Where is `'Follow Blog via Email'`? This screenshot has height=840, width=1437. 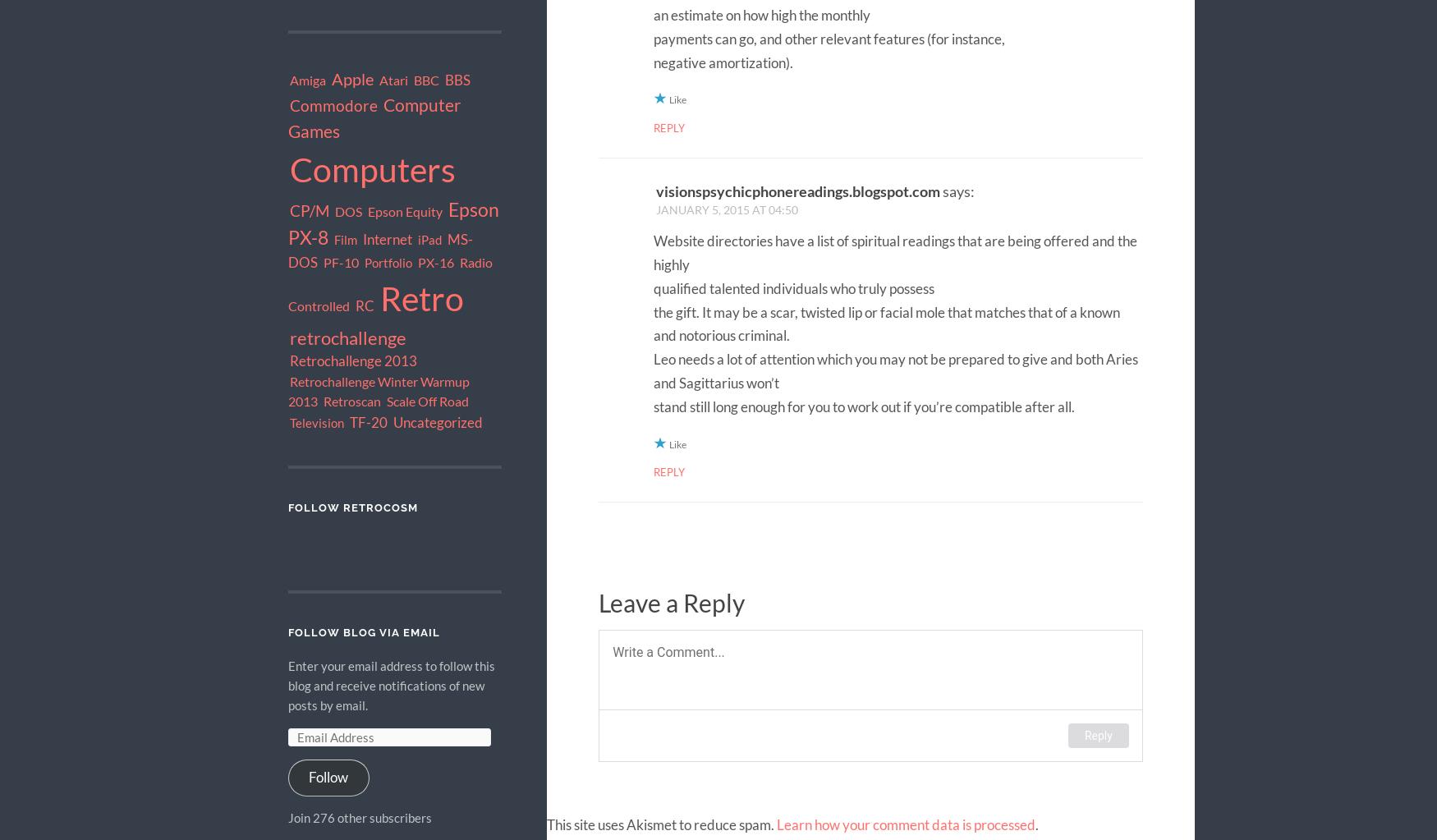 'Follow Blog via Email' is located at coordinates (363, 631).